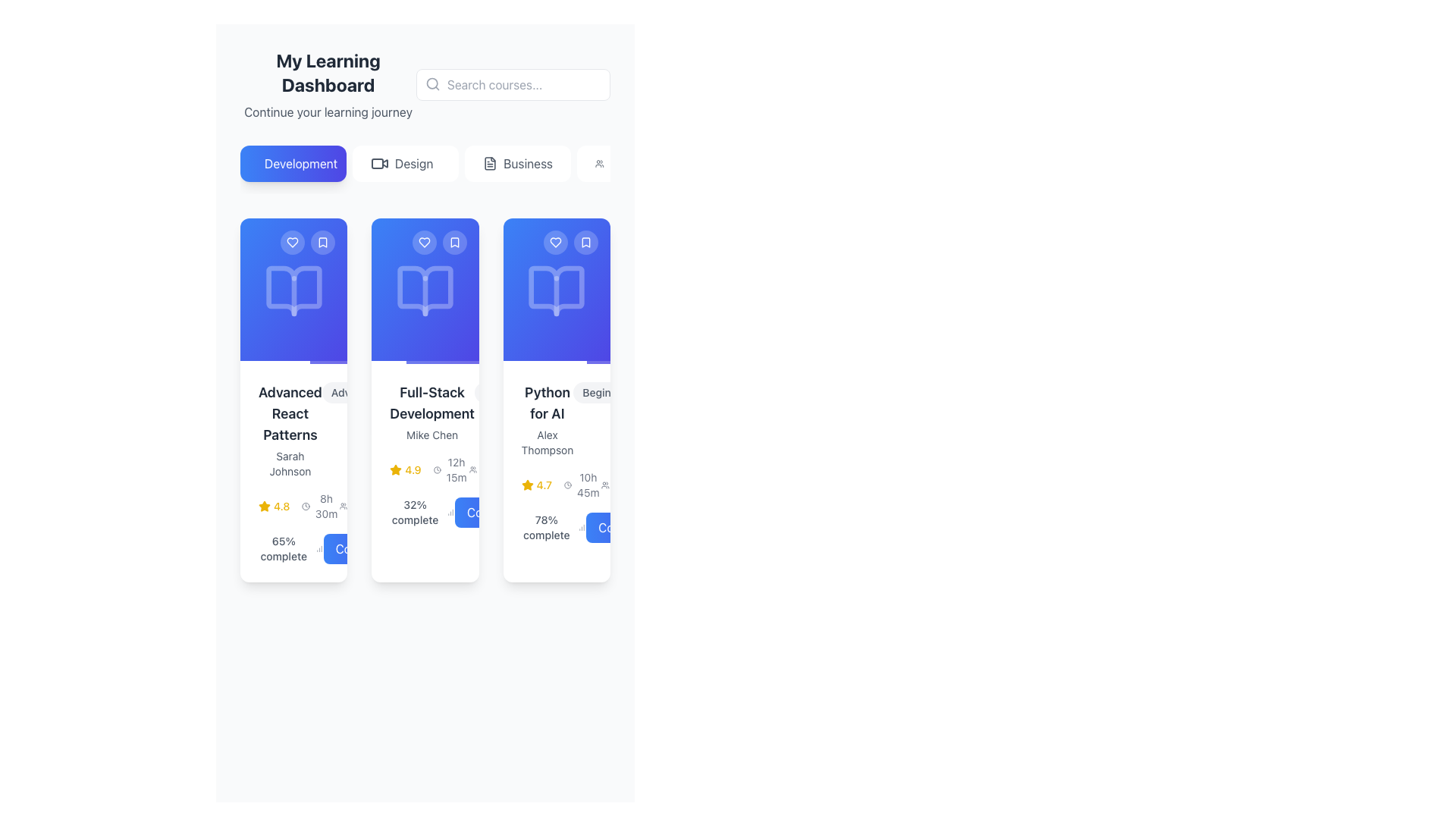 This screenshot has height=819, width=1456. What do you see at coordinates (546, 442) in the screenshot?
I see `the text component displaying 'Alex Thompson', which is located underneath the title 'Python for AI' in the rightmost card, centrally aligned above the star rating and progress information` at bounding box center [546, 442].